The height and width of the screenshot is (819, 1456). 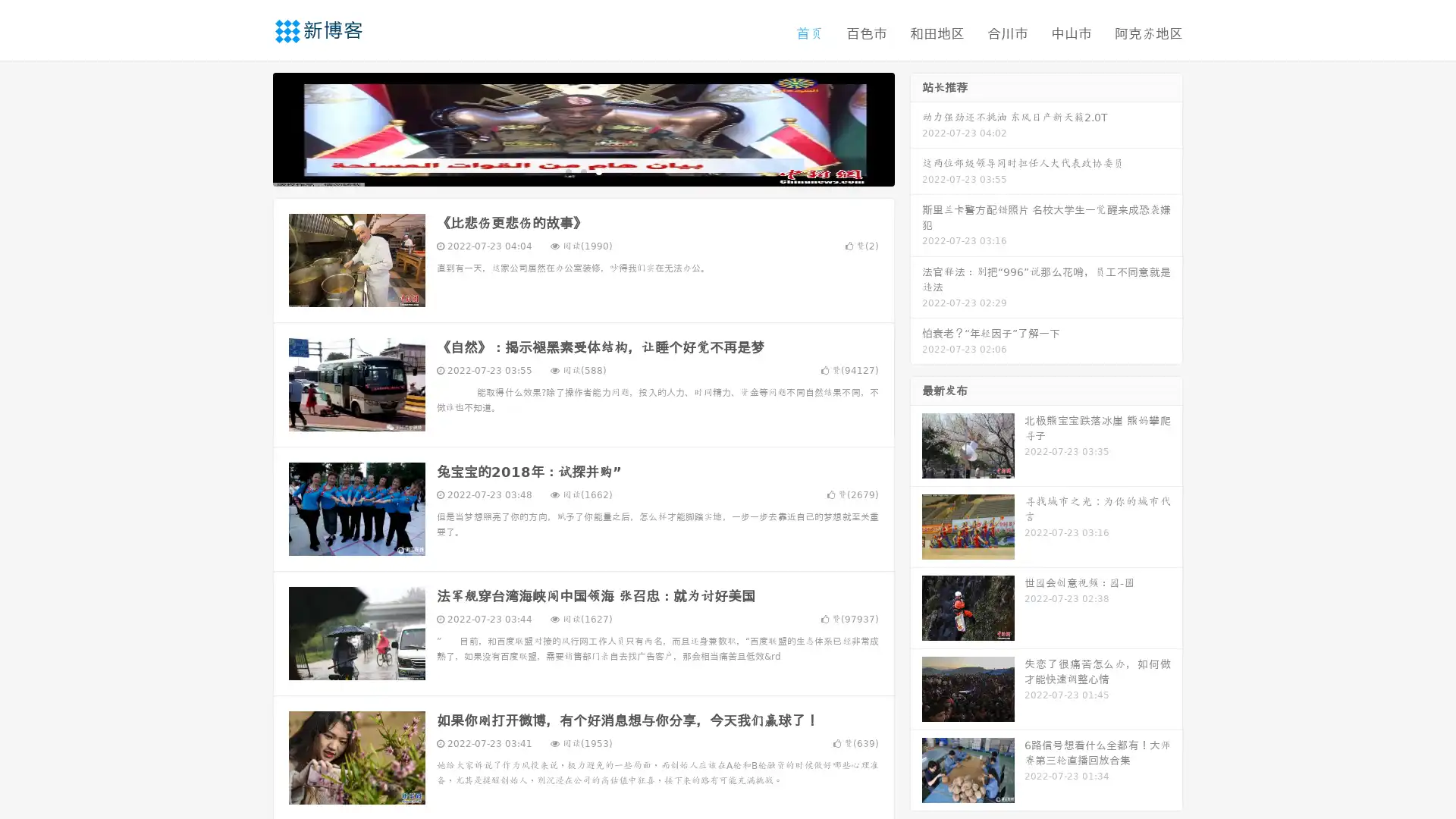 I want to click on Go to slide 3, so click(x=598, y=171).